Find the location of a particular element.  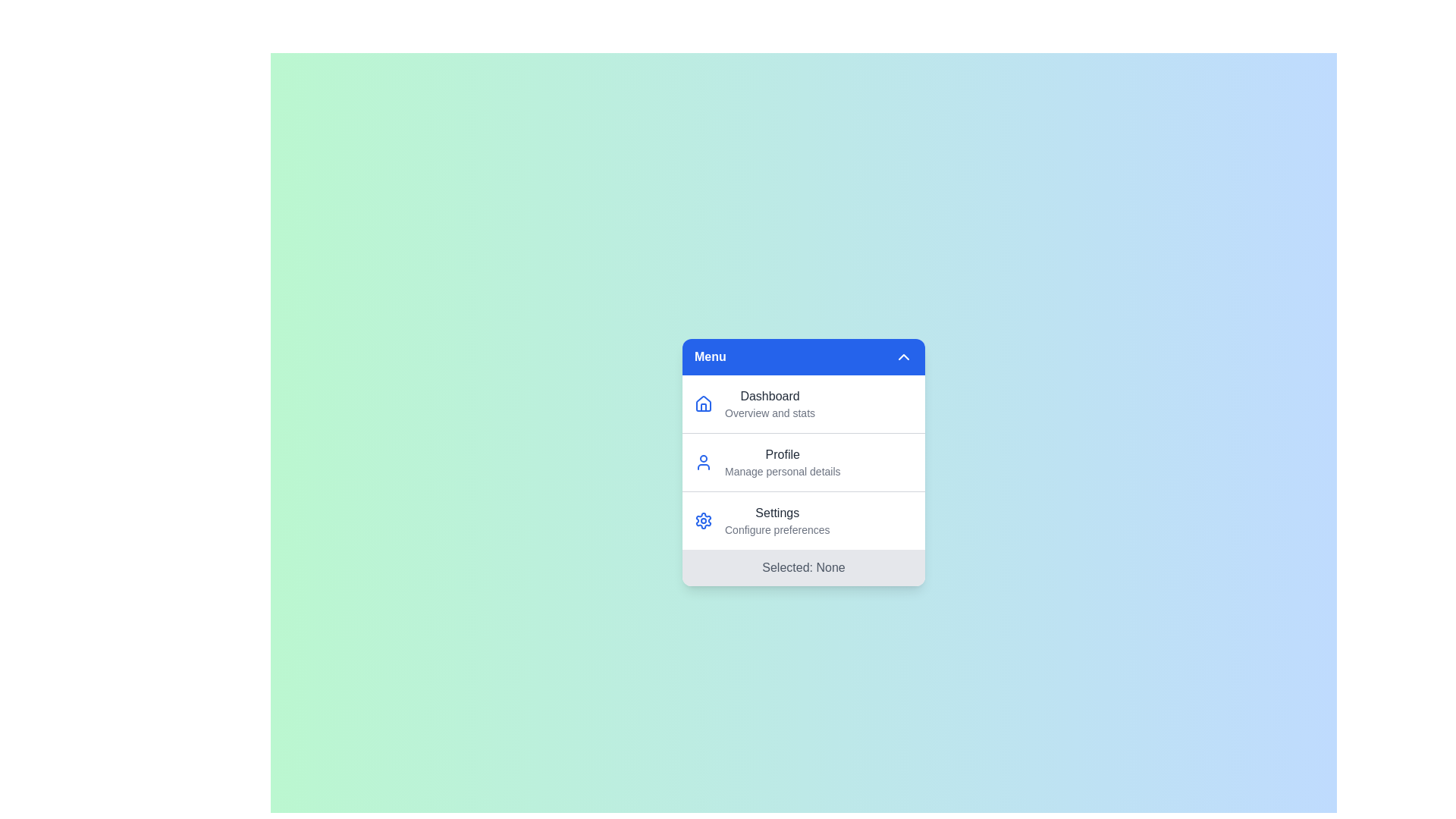

the menu item Dashboard from the menu is located at coordinates (769, 403).